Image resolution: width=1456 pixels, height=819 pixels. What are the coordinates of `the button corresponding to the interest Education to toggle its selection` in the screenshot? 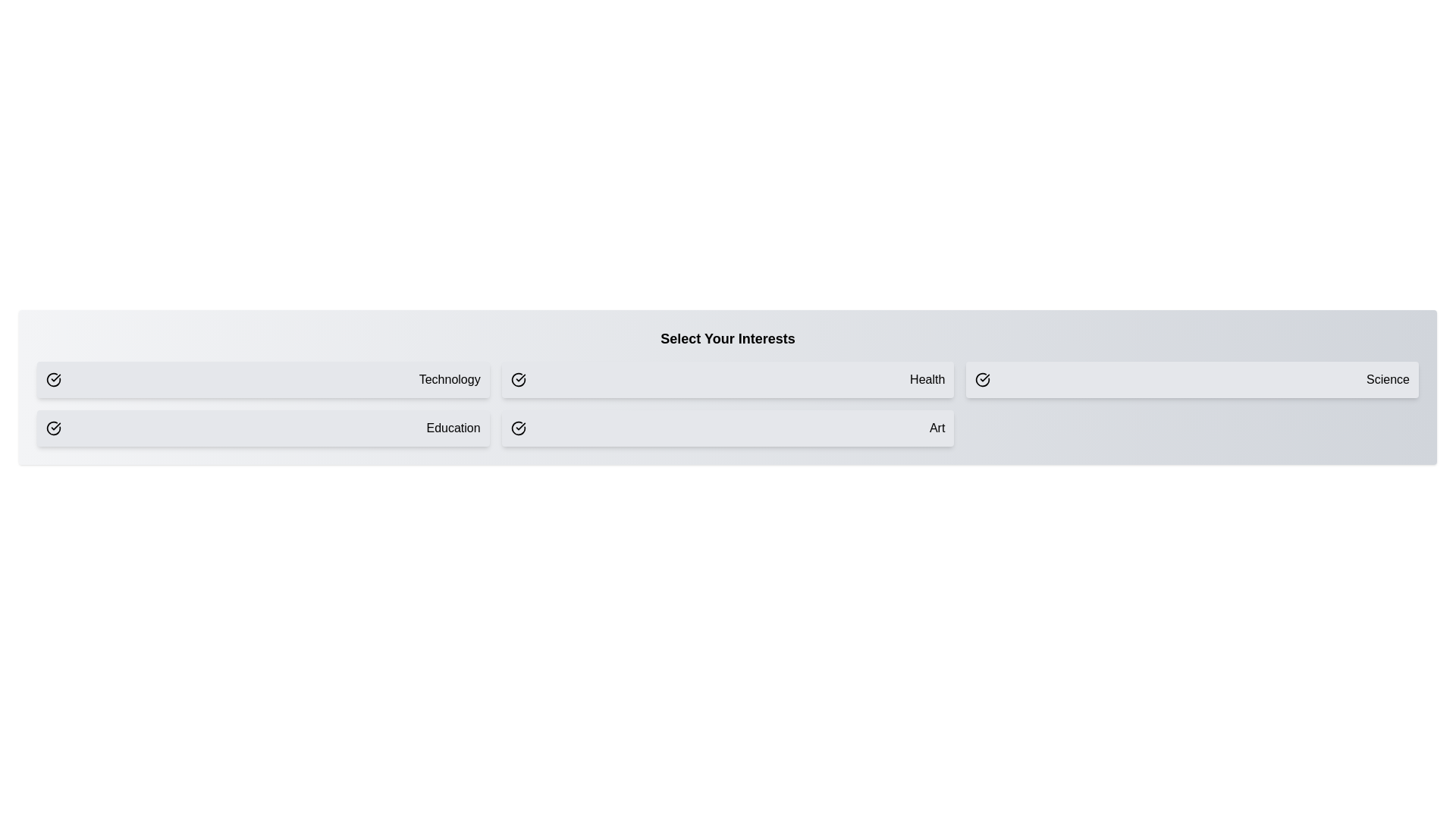 It's located at (262, 428).